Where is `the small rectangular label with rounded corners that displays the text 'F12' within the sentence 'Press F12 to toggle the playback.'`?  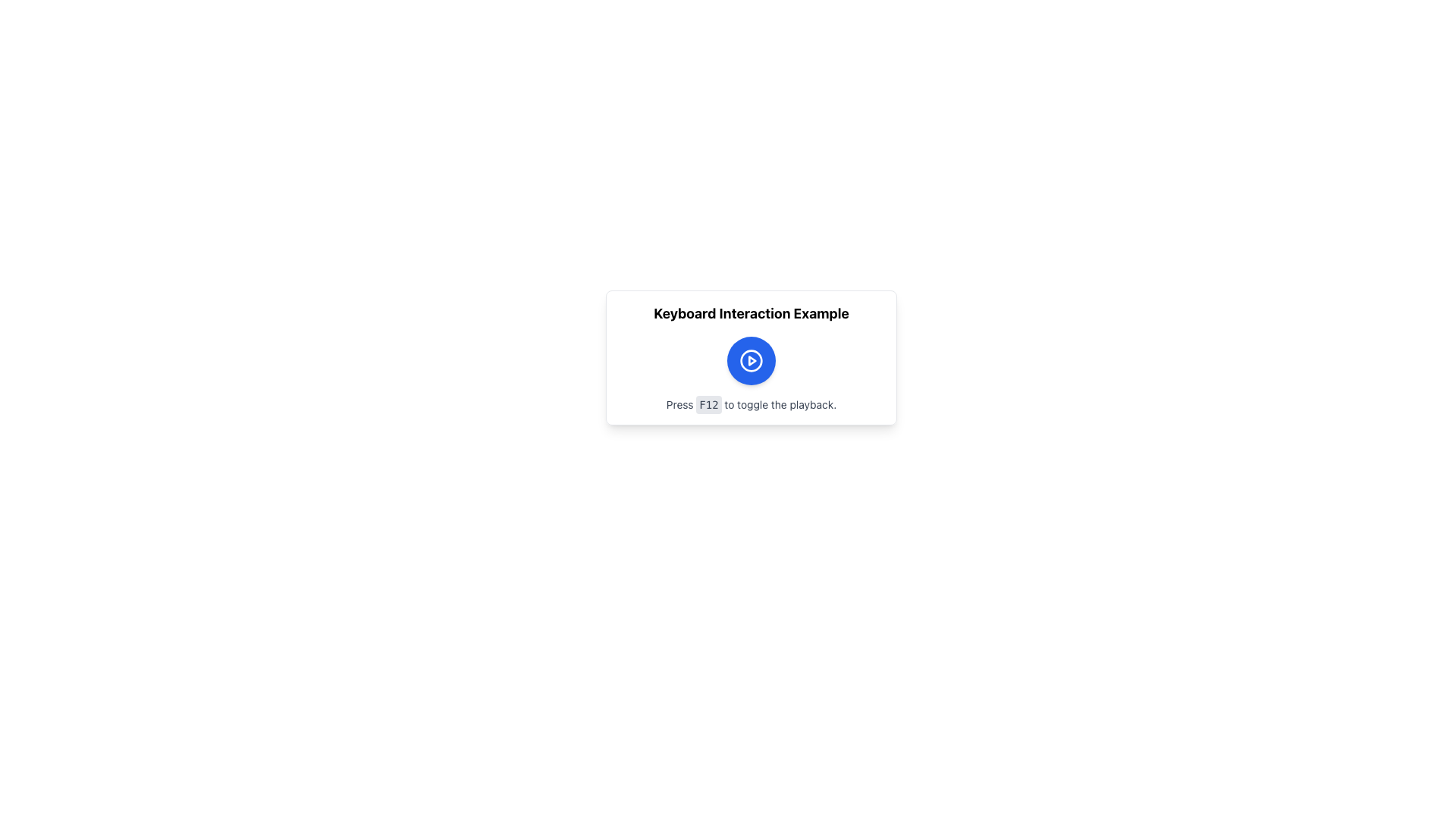 the small rectangular label with rounded corners that displays the text 'F12' within the sentence 'Press F12 to toggle the playback.' is located at coordinates (708, 403).